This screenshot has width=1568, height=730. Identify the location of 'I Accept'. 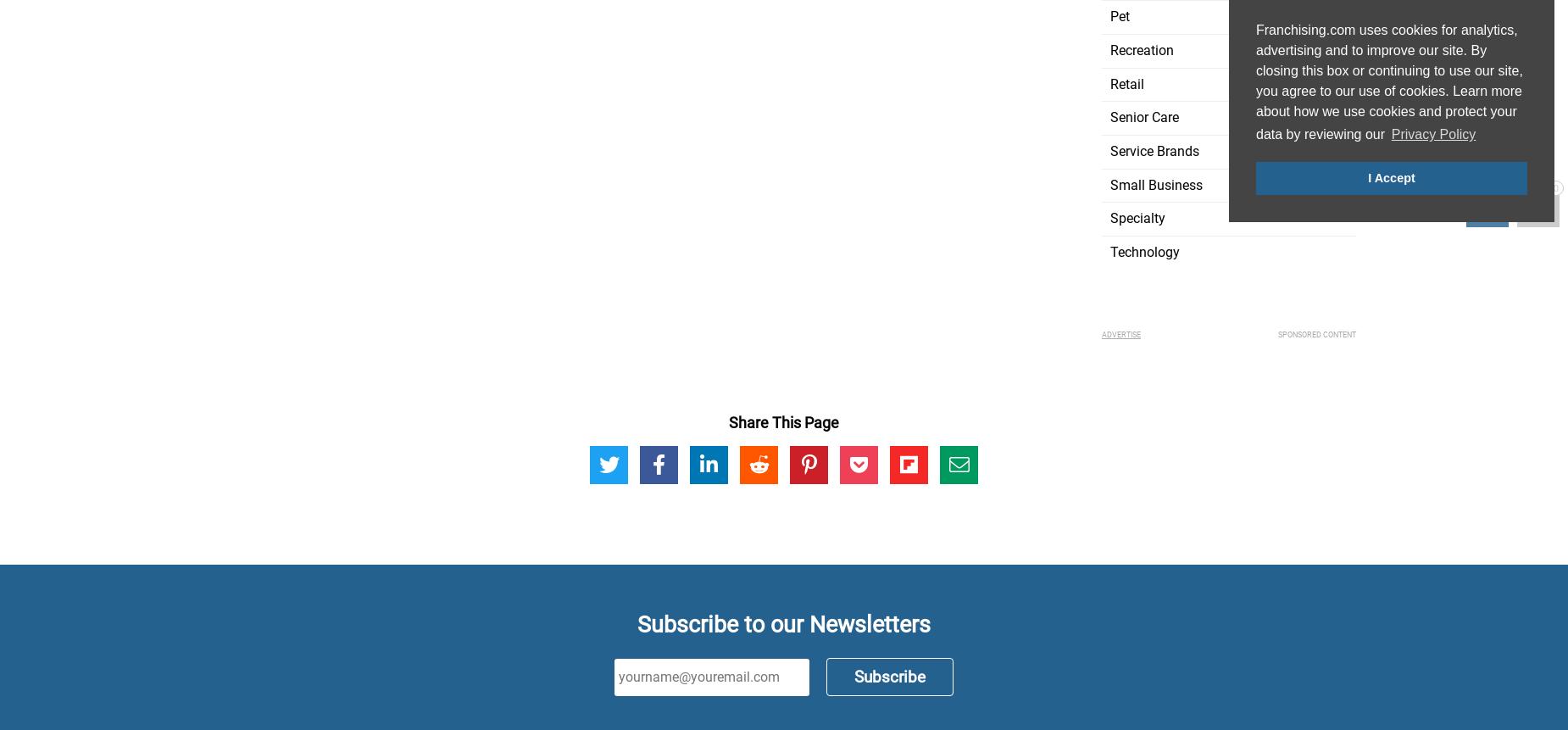
(1367, 176).